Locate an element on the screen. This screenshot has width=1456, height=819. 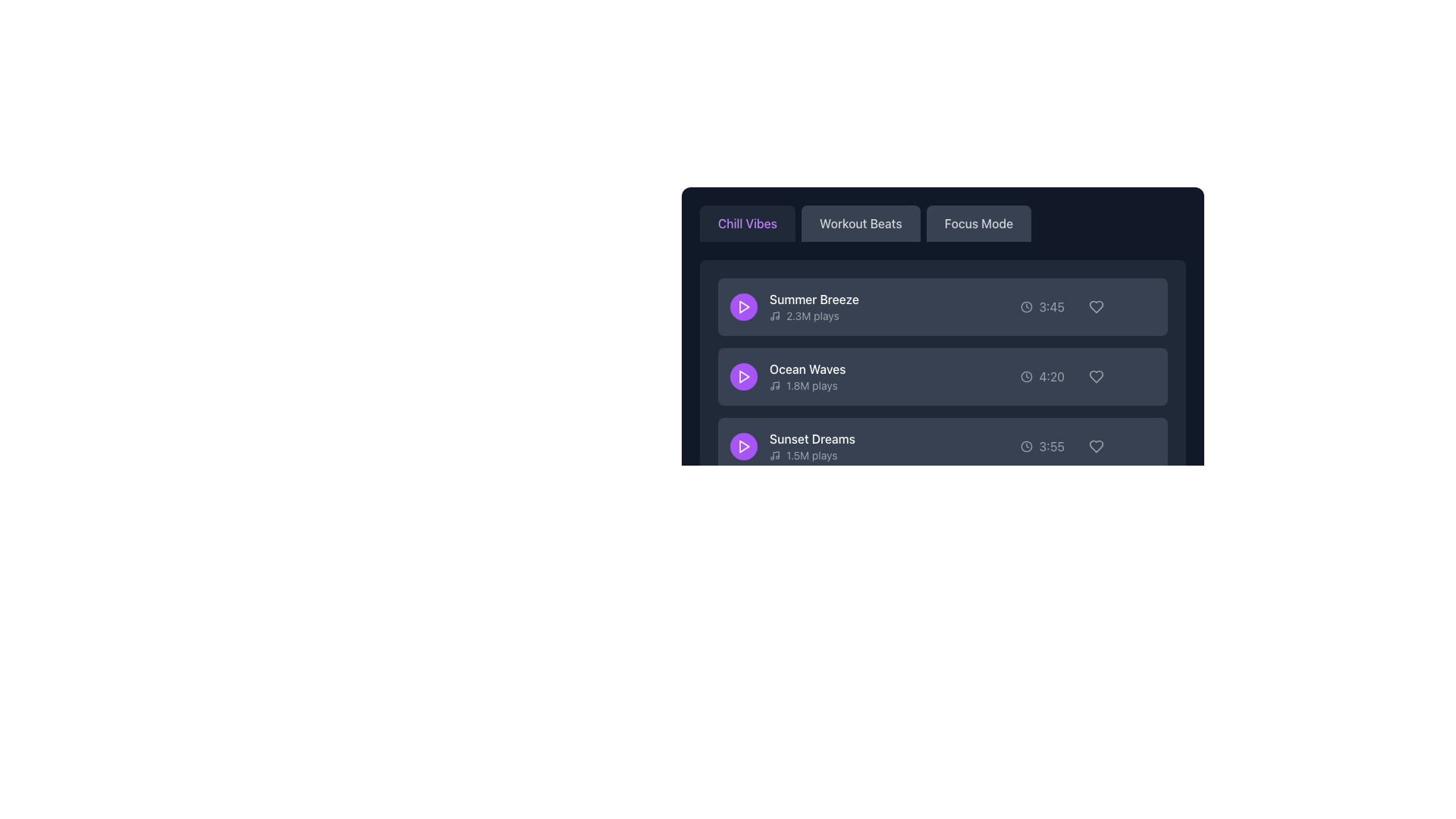
text label displaying the number of plays for the music item titled 'Ocean Waves', located to the right of the small music icon in the second item of the list structure is located at coordinates (811, 385).